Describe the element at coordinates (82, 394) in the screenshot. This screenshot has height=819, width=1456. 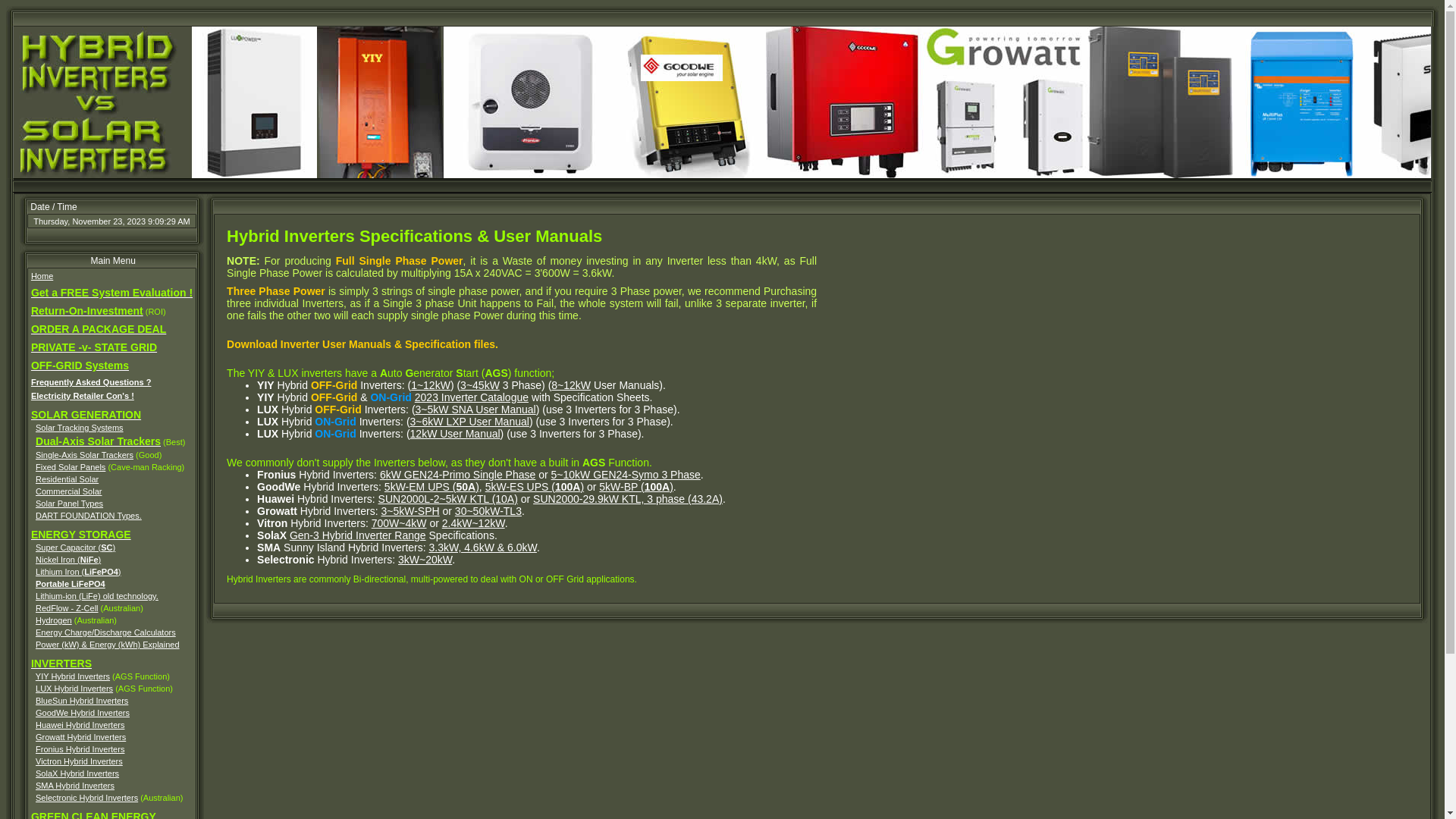
I see `'Electricity Retailer Con's !'` at that location.